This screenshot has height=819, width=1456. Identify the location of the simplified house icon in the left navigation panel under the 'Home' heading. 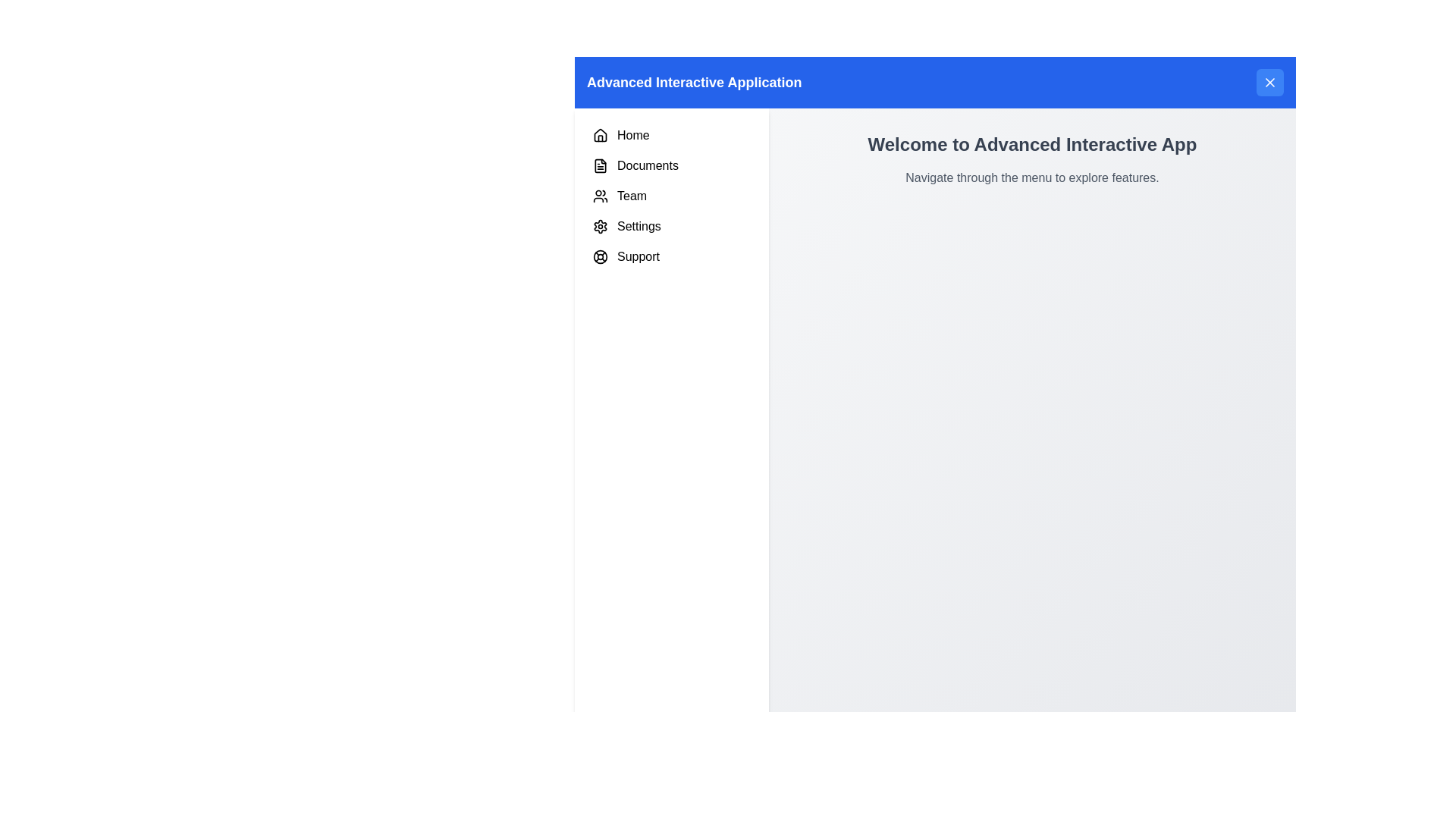
(600, 133).